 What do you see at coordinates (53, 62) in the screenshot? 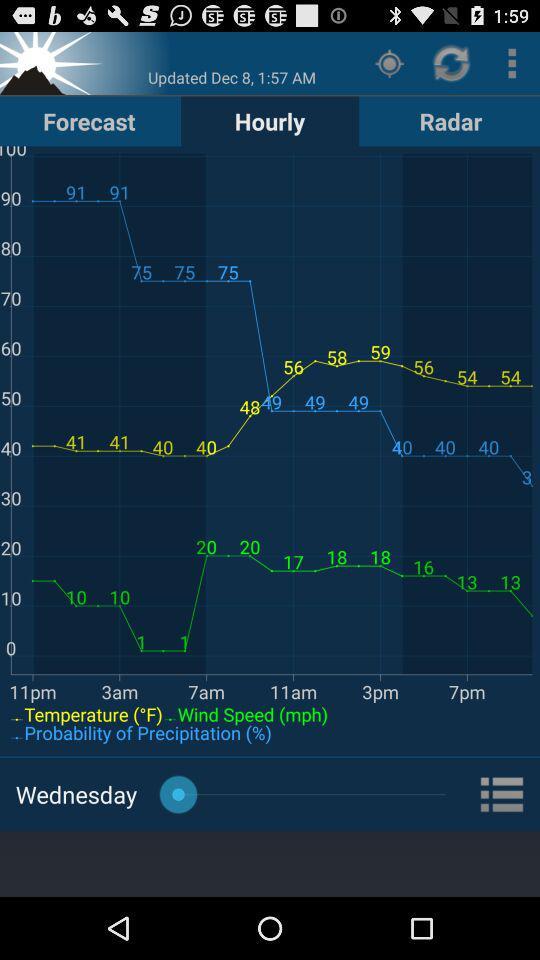
I see `home` at bounding box center [53, 62].